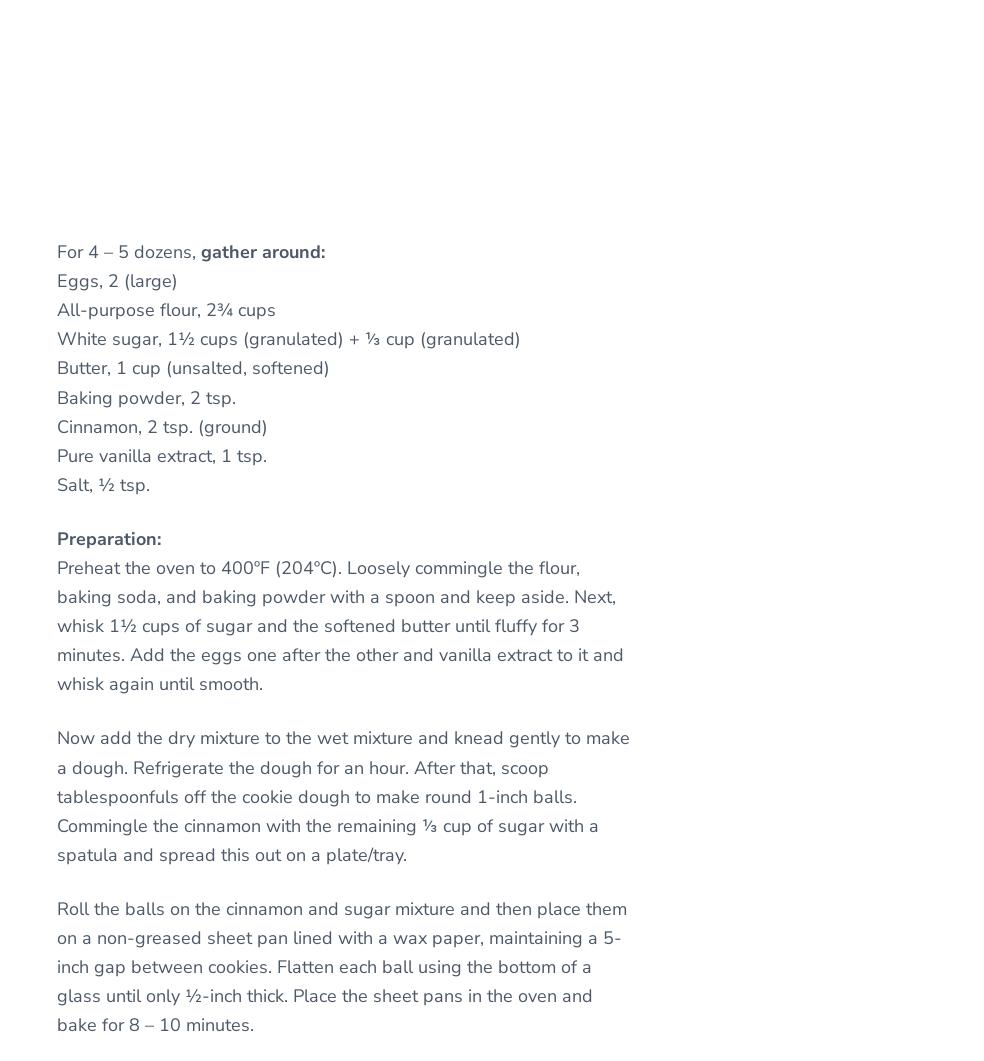  What do you see at coordinates (201, 250) in the screenshot?
I see `'gather around:'` at bounding box center [201, 250].